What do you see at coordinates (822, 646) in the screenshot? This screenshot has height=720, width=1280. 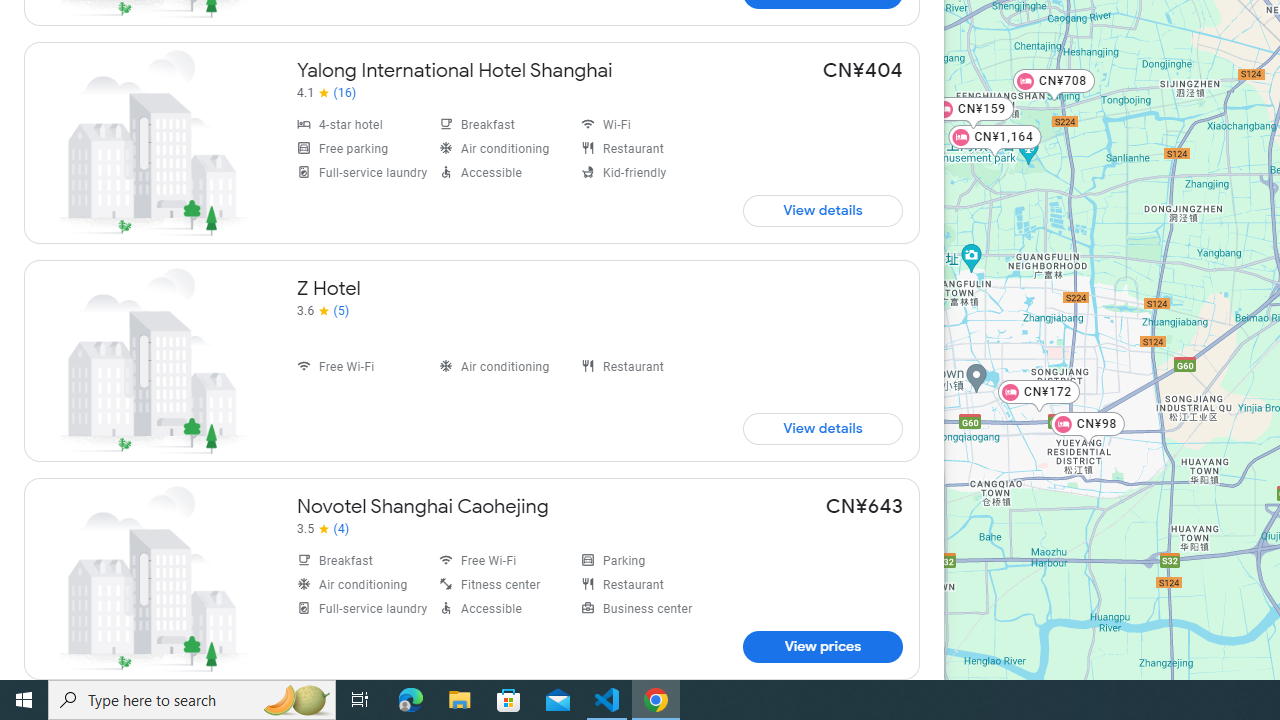 I see `'View prices for Novotel Shanghai Caohejing'` at bounding box center [822, 646].